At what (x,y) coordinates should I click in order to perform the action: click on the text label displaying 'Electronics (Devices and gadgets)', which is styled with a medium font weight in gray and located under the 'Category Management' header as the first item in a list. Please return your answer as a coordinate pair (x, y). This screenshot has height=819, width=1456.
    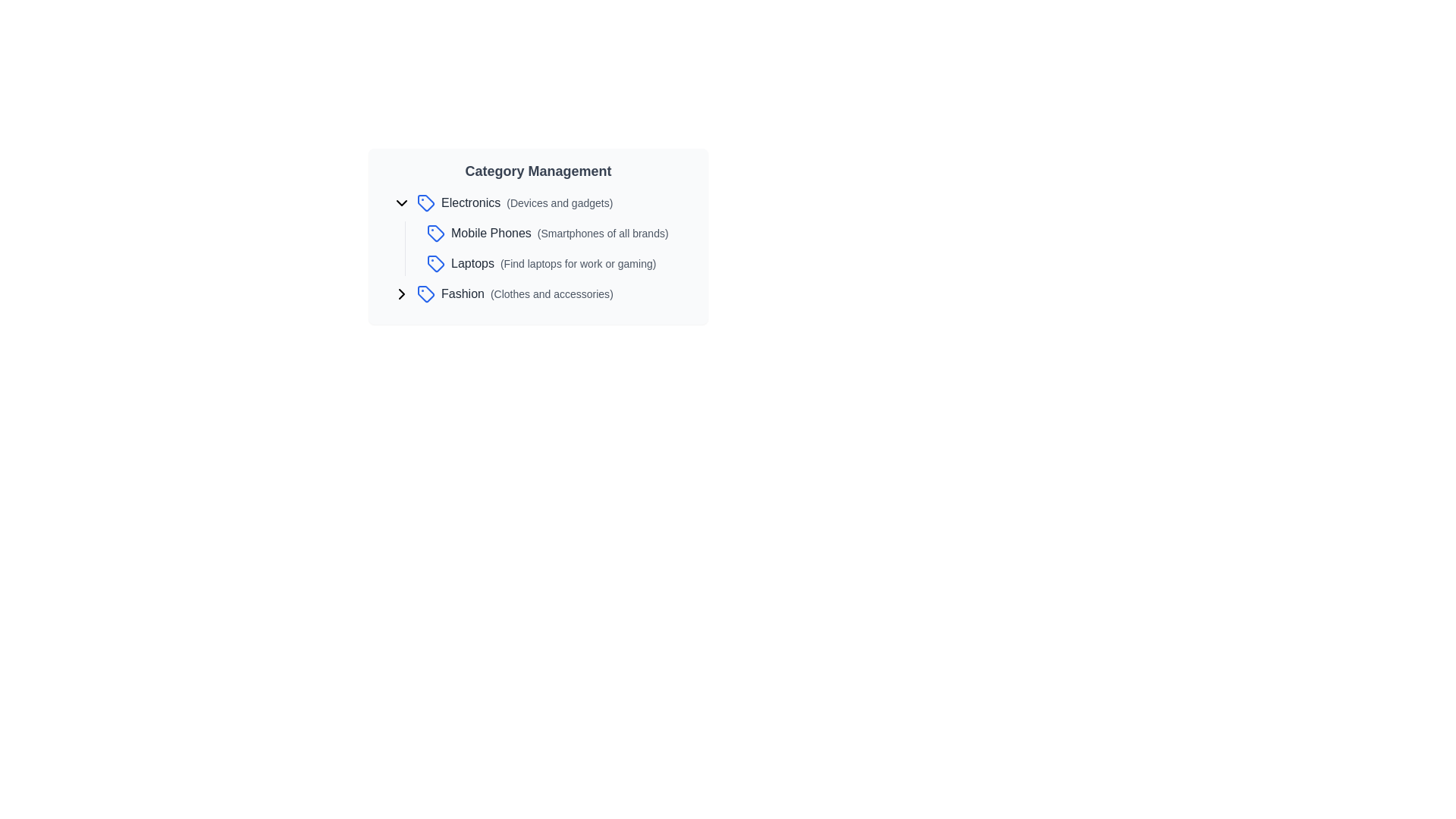
    Looking at the image, I should click on (527, 202).